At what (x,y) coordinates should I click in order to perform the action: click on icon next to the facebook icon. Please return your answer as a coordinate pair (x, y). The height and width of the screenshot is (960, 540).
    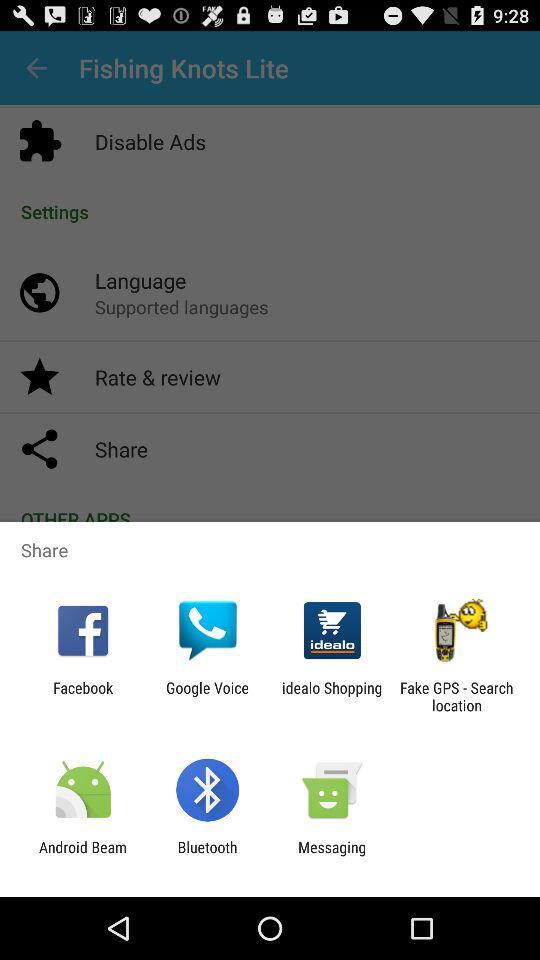
    Looking at the image, I should click on (206, 696).